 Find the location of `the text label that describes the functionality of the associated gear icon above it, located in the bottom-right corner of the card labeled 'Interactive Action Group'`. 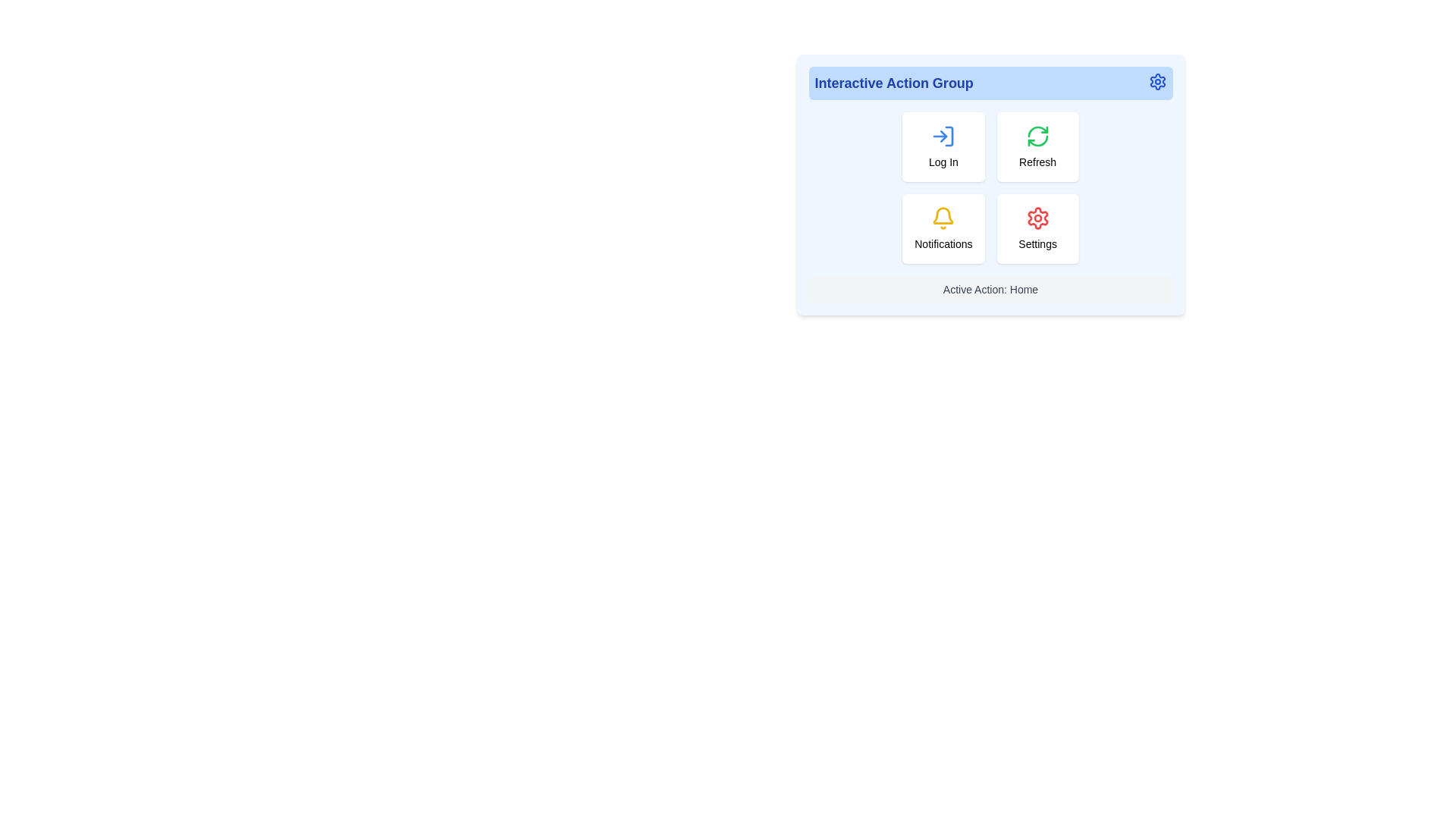

the text label that describes the functionality of the associated gear icon above it, located in the bottom-right corner of the card labeled 'Interactive Action Group' is located at coordinates (1037, 243).